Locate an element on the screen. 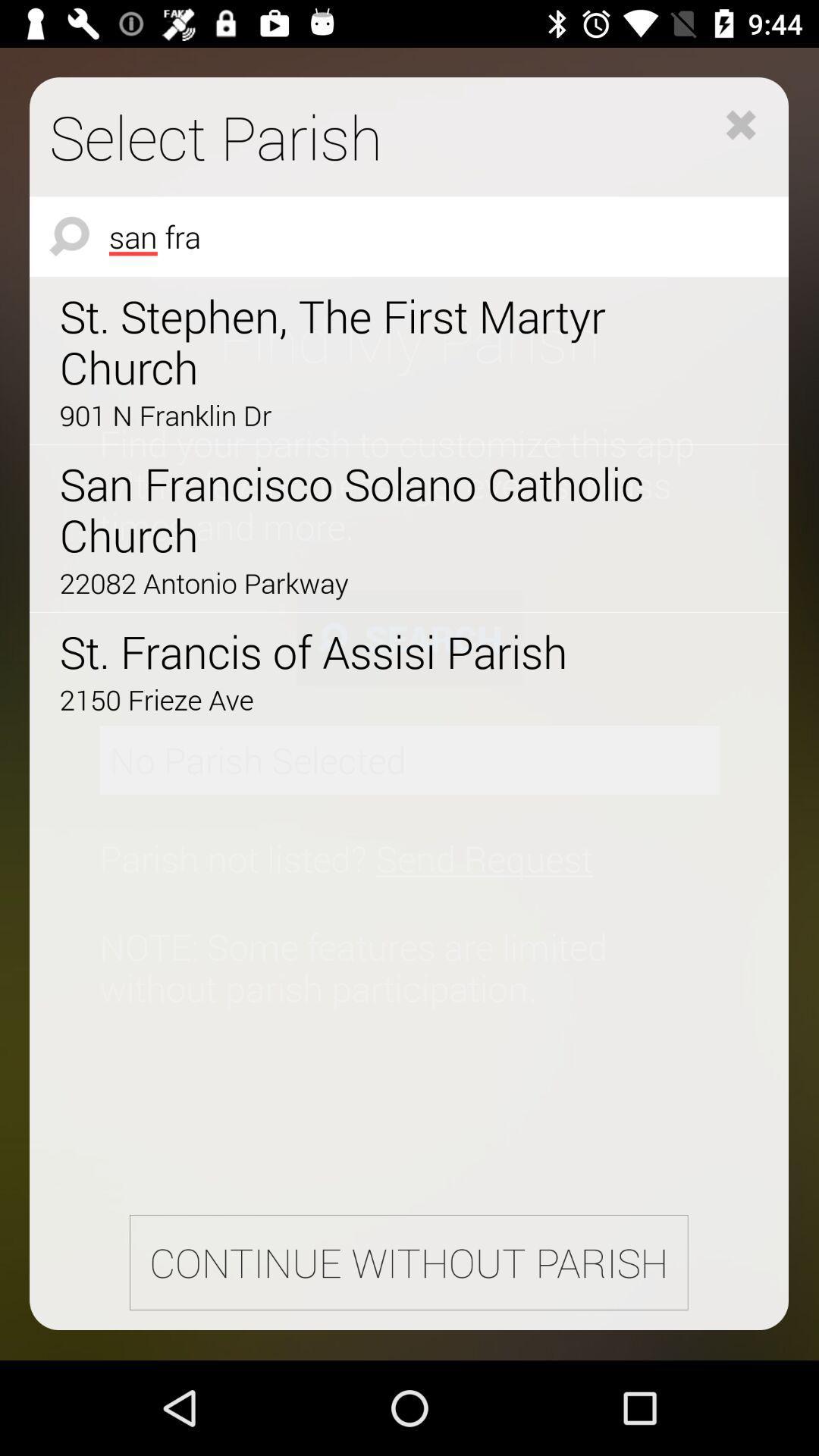 Image resolution: width=819 pixels, height=1456 pixels. the icon below the 901 n franklin is located at coordinates (366, 510).